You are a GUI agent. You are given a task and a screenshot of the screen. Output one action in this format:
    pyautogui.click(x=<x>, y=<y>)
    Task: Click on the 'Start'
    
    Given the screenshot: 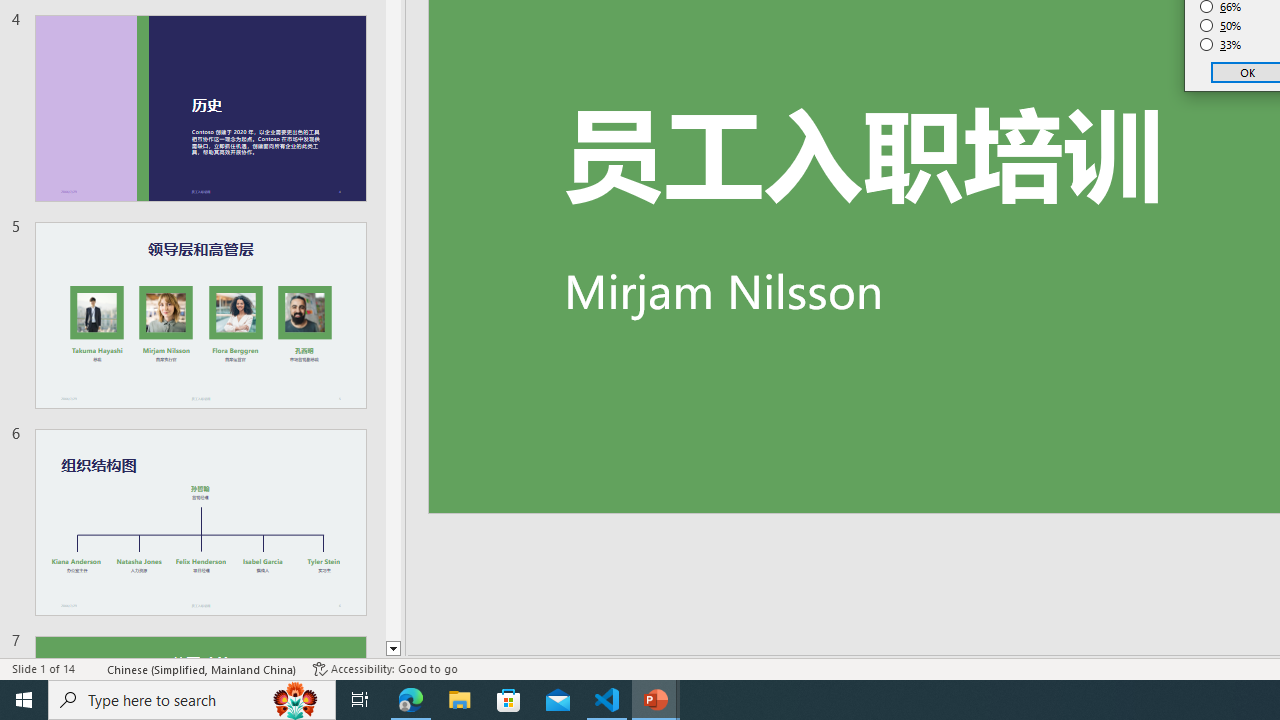 What is the action you would take?
    pyautogui.click(x=24, y=698)
    